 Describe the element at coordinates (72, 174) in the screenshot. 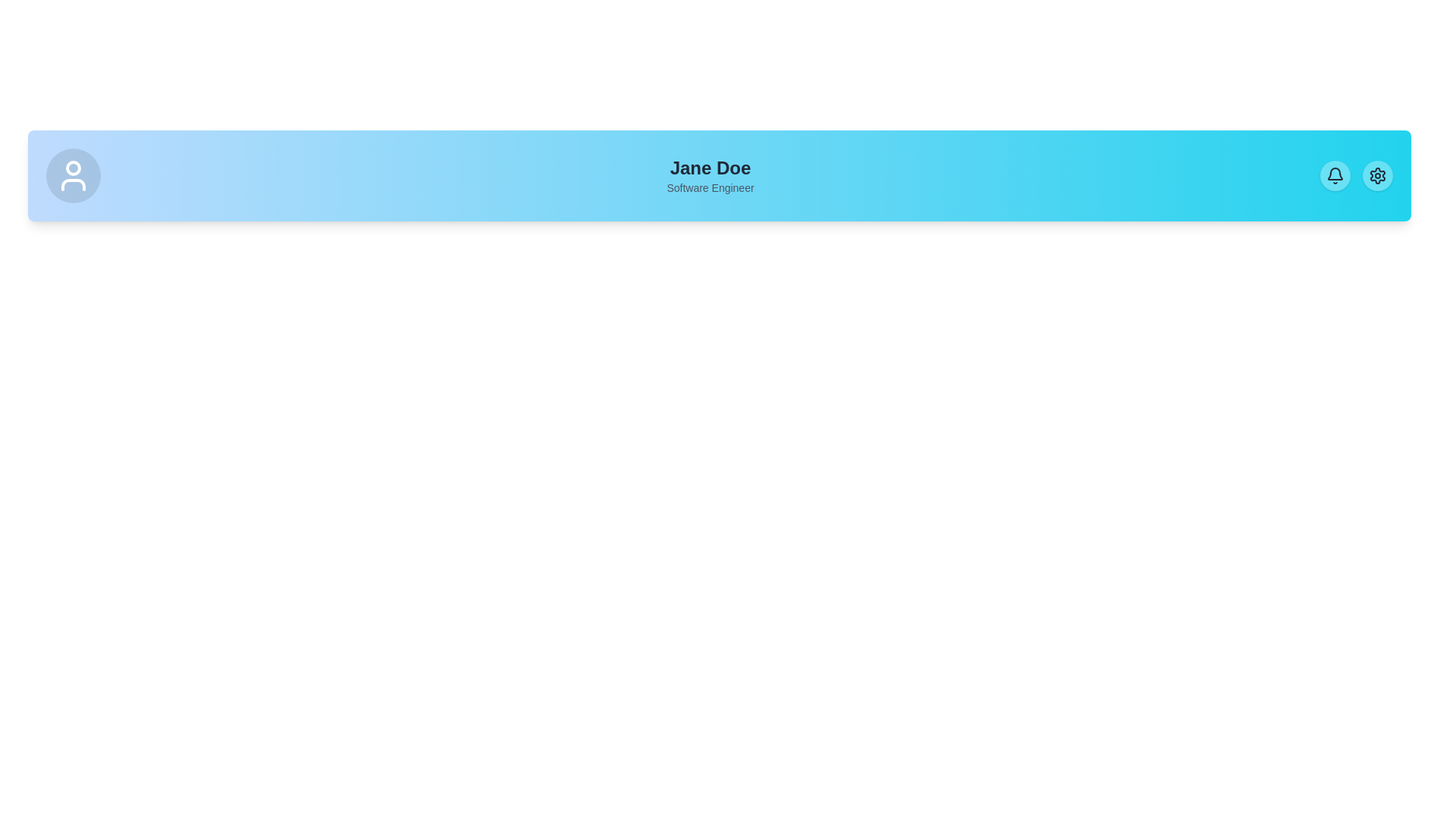

I see `the Avatar Component, which is a circular user profile icon positioned at the left end of the banner` at that location.